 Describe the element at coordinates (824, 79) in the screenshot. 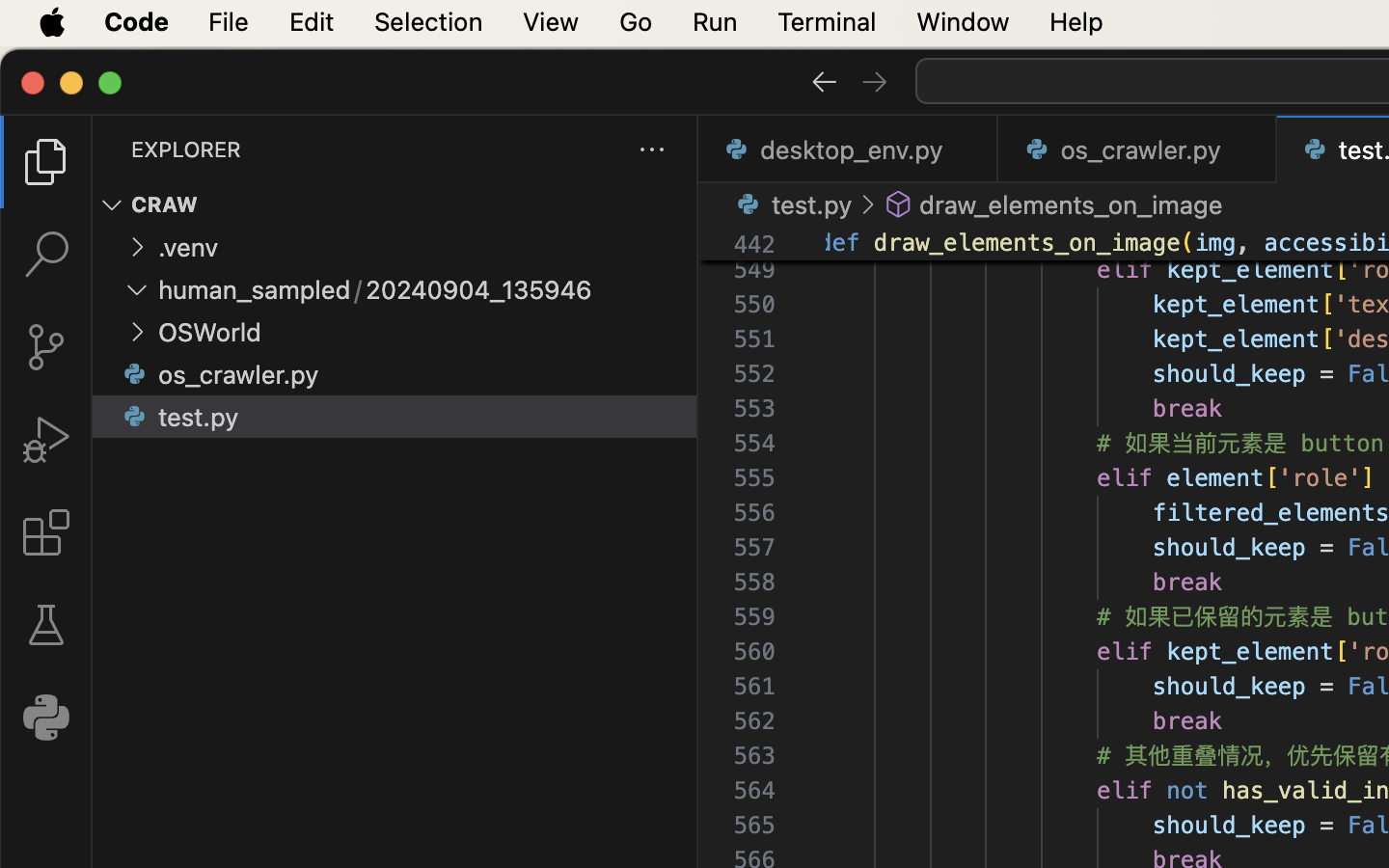

I see `''` at that location.